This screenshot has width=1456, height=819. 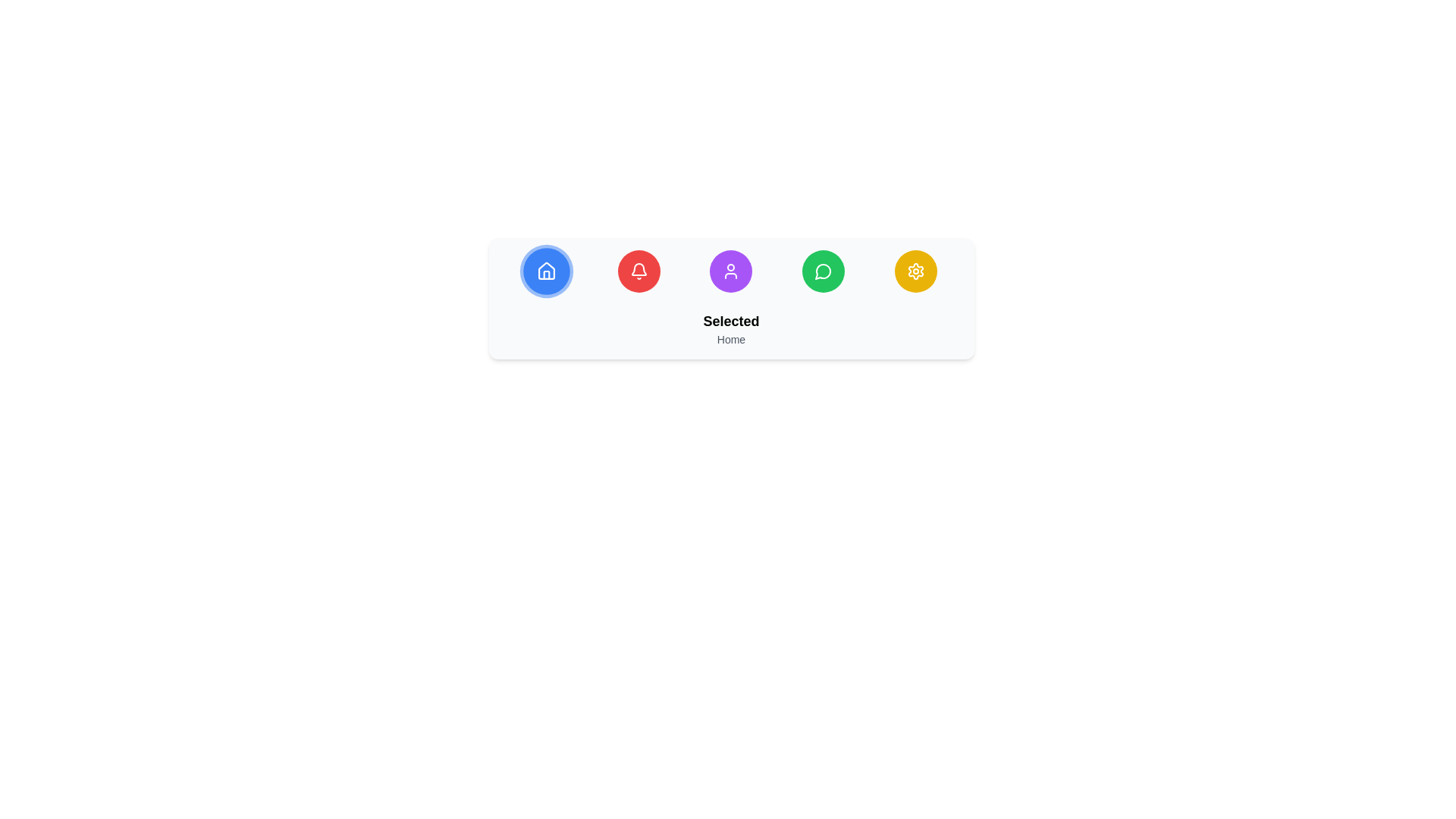 I want to click on the 'Home' icon button, which is visually distinguished by its circular blue background and is positioned as the farthest left option among a horizontal row of interactive icons, so click(x=546, y=271).